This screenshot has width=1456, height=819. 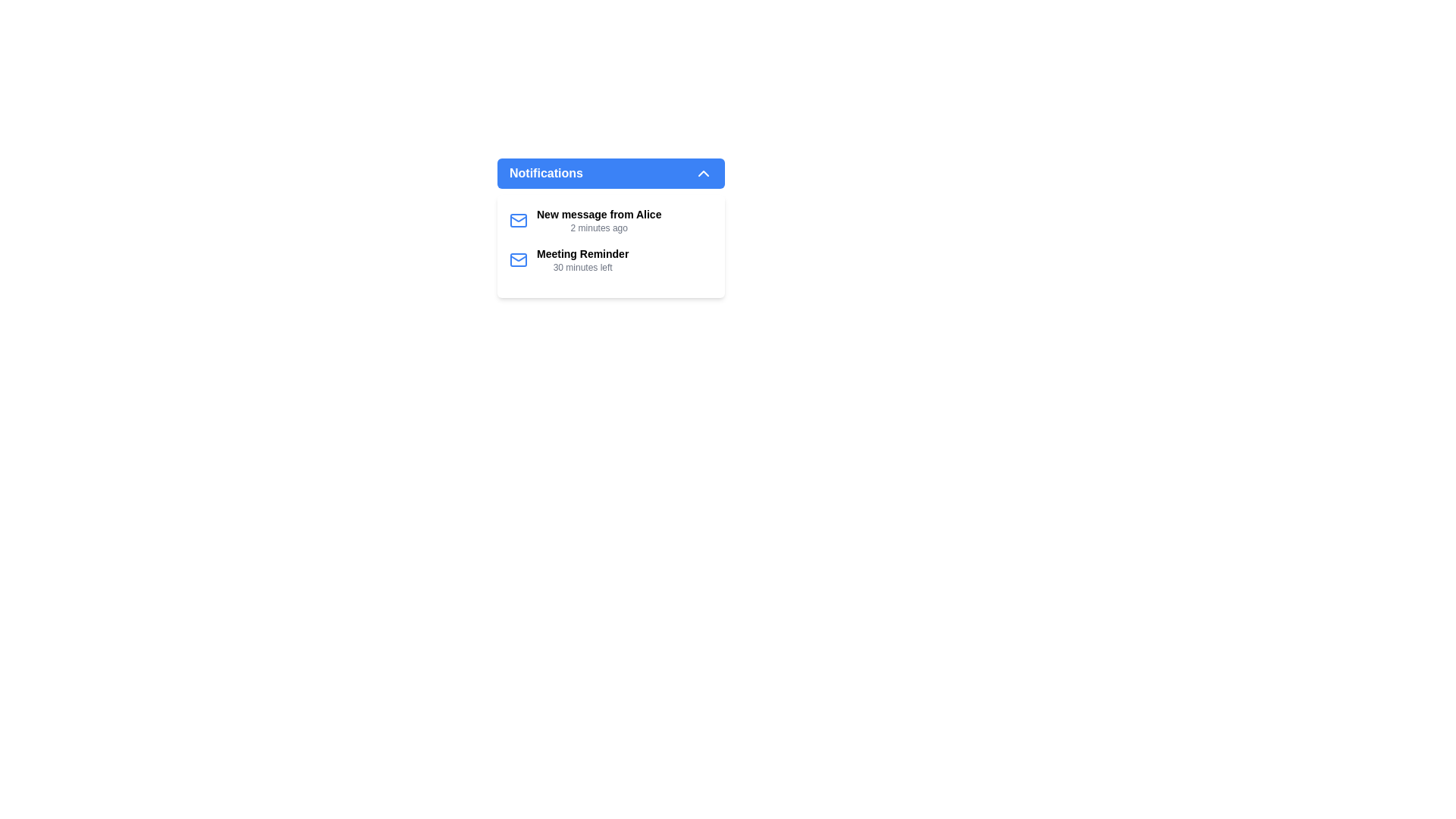 I want to click on the second notification entry titled 'Meeting Reminder', which features a bolded title and a smaller gray subtext indicating '30 minutes left', so click(x=582, y=259).